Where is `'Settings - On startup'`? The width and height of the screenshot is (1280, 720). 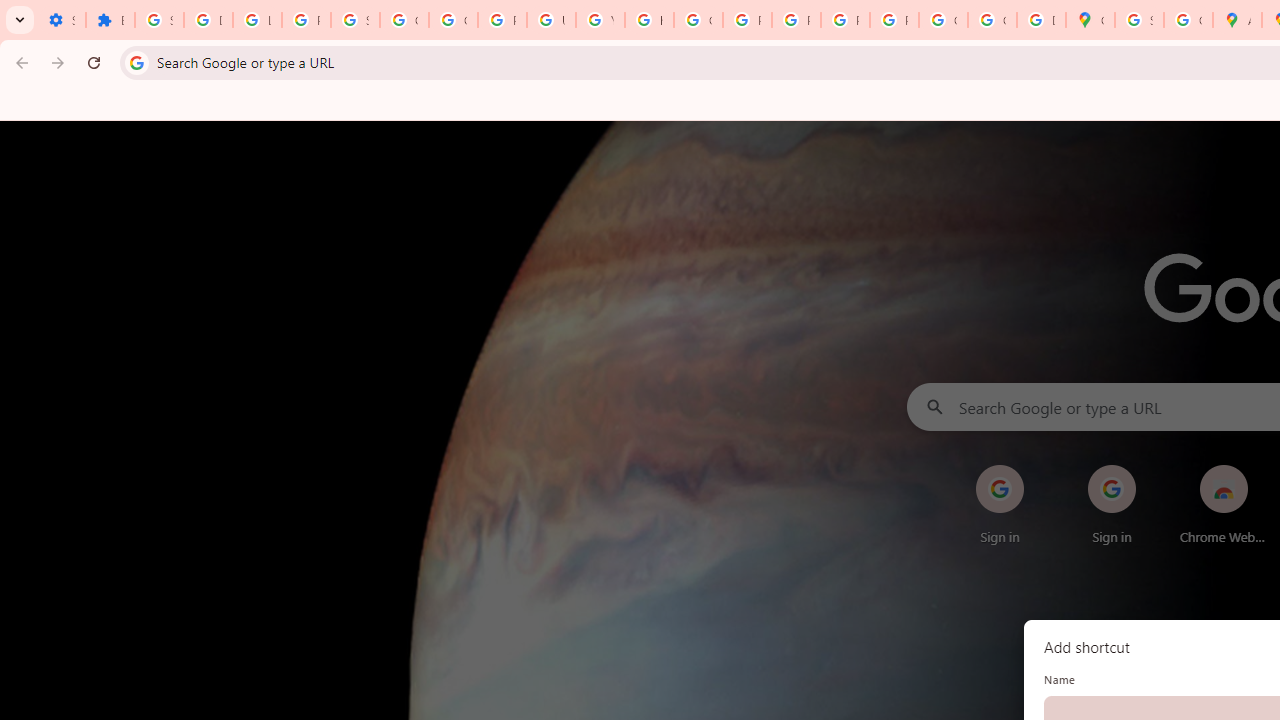 'Settings - On startup' is located at coordinates (61, 20).